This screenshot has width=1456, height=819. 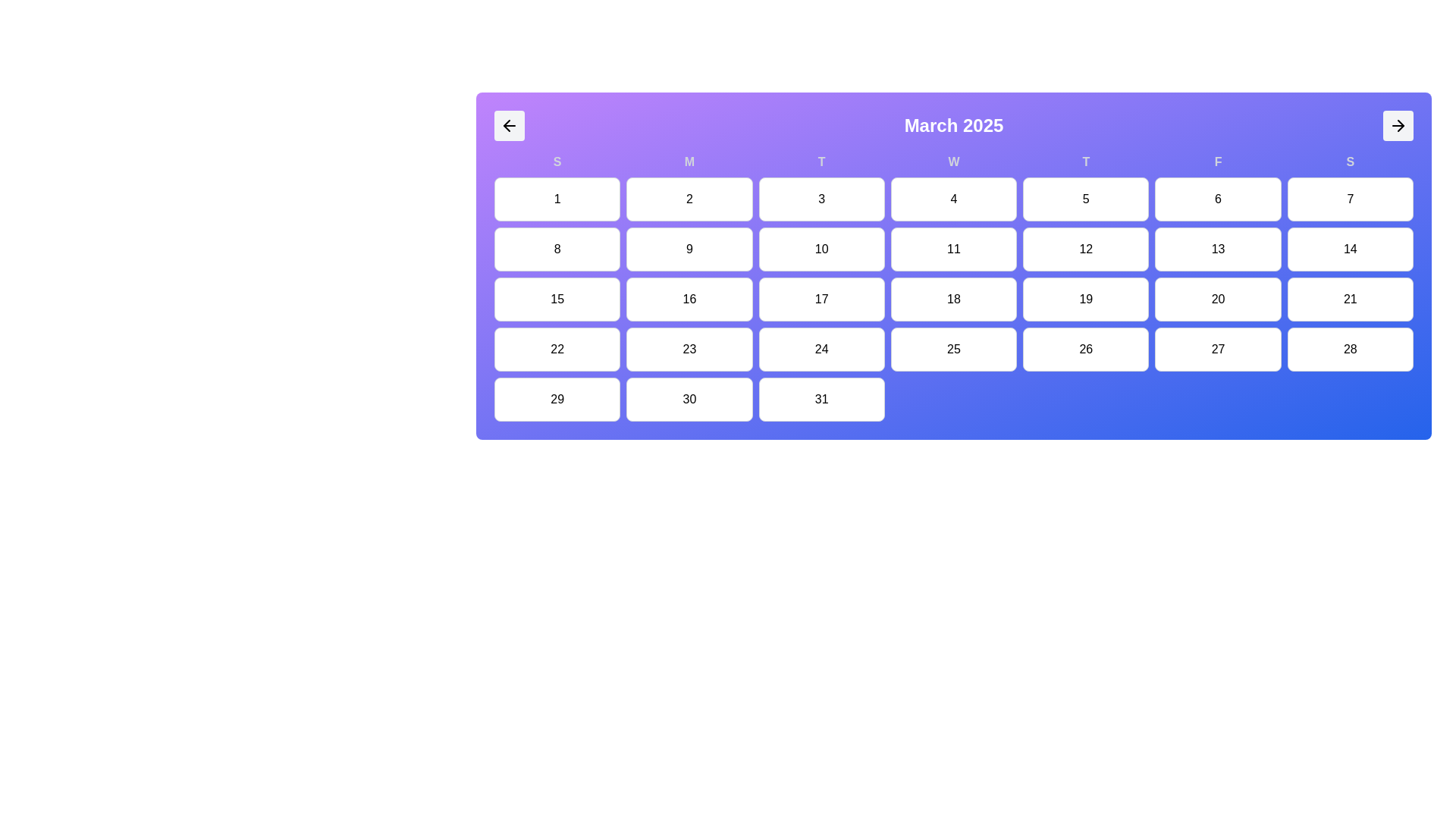 What do you see at coordinates (952, 299) in the screenshot?
I see `the Static Label or Calendar Date Tile that displays the number '18', located in the fourth column of the third row of the March 2025 calendar grid` at bounding box center [952, 299].